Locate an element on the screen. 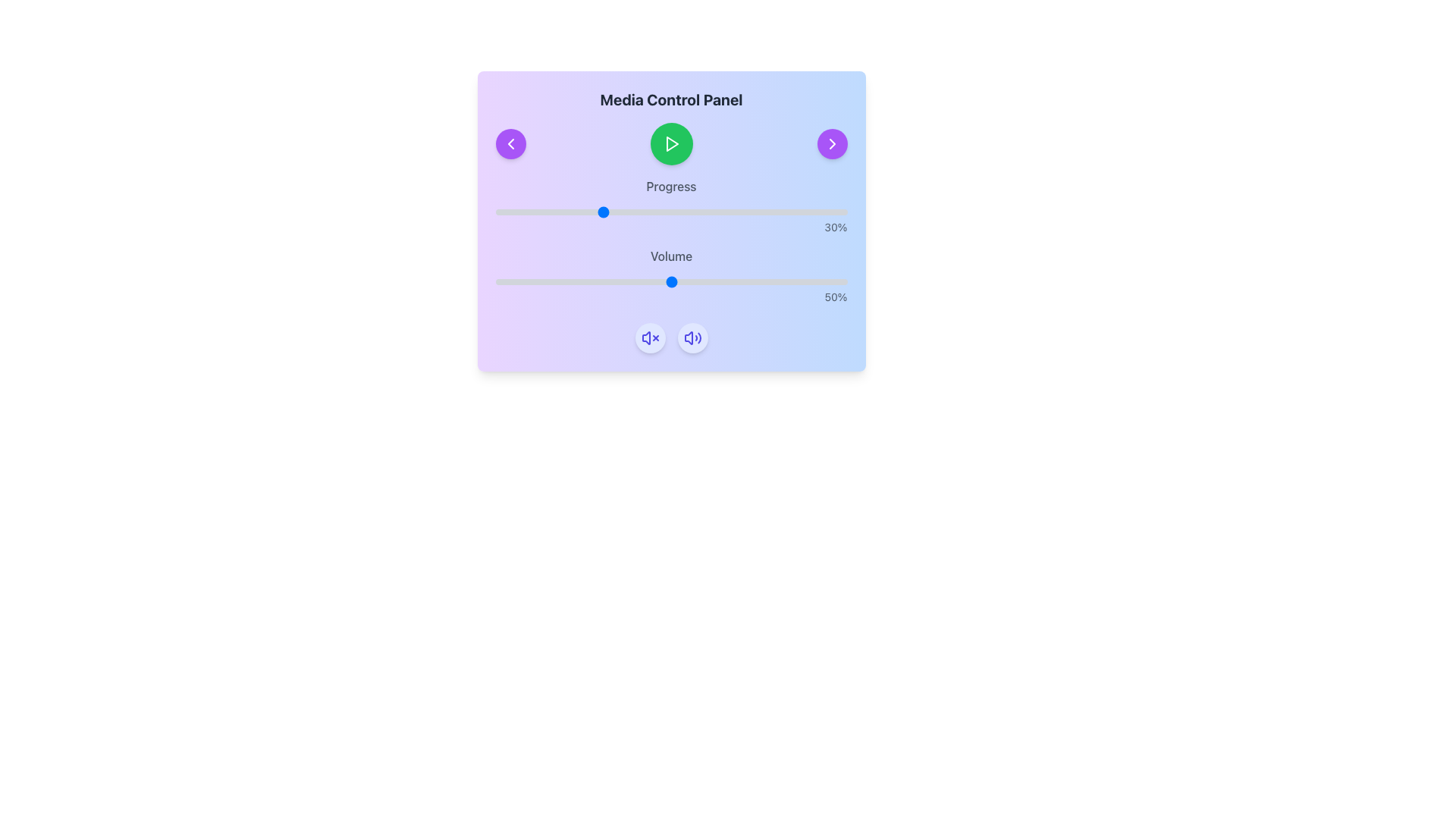  the Play Button, which is a green circular button containing a triangle play icon, located at the top-center of the media control interface is located at coordinates (670, 143).